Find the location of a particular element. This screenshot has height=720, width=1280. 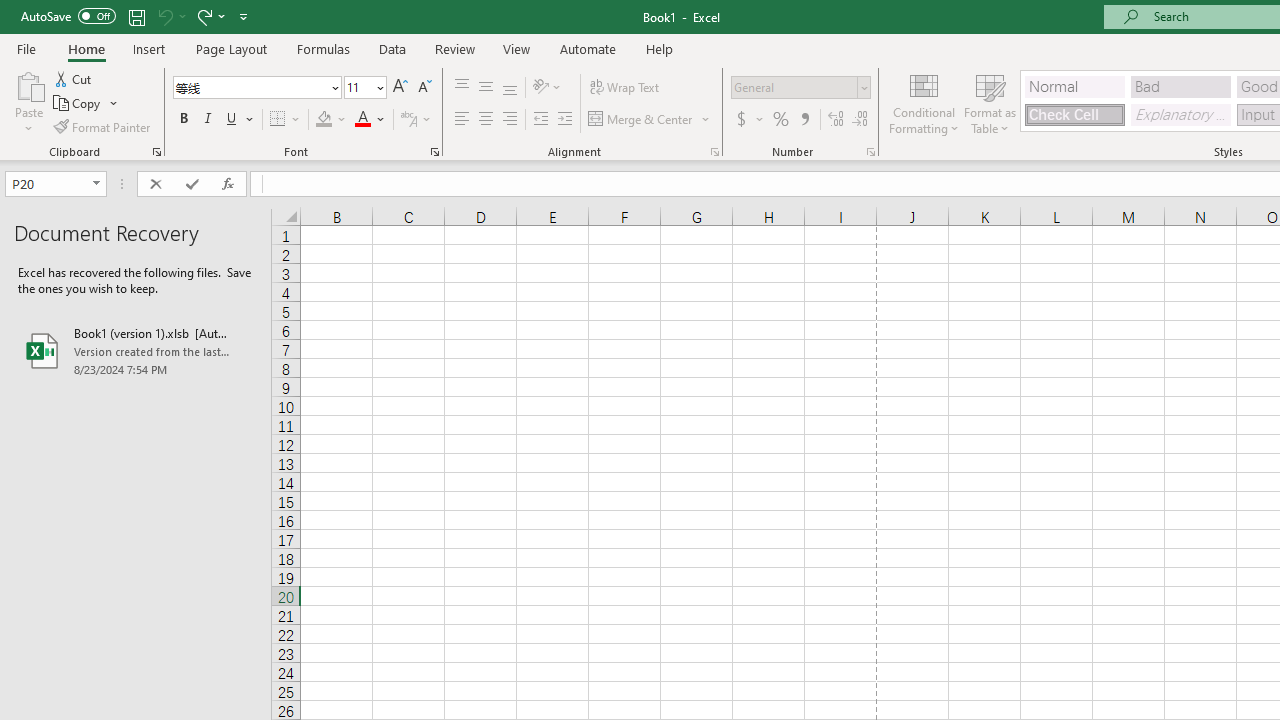

'Redo' is located at coordinates (209, 16).